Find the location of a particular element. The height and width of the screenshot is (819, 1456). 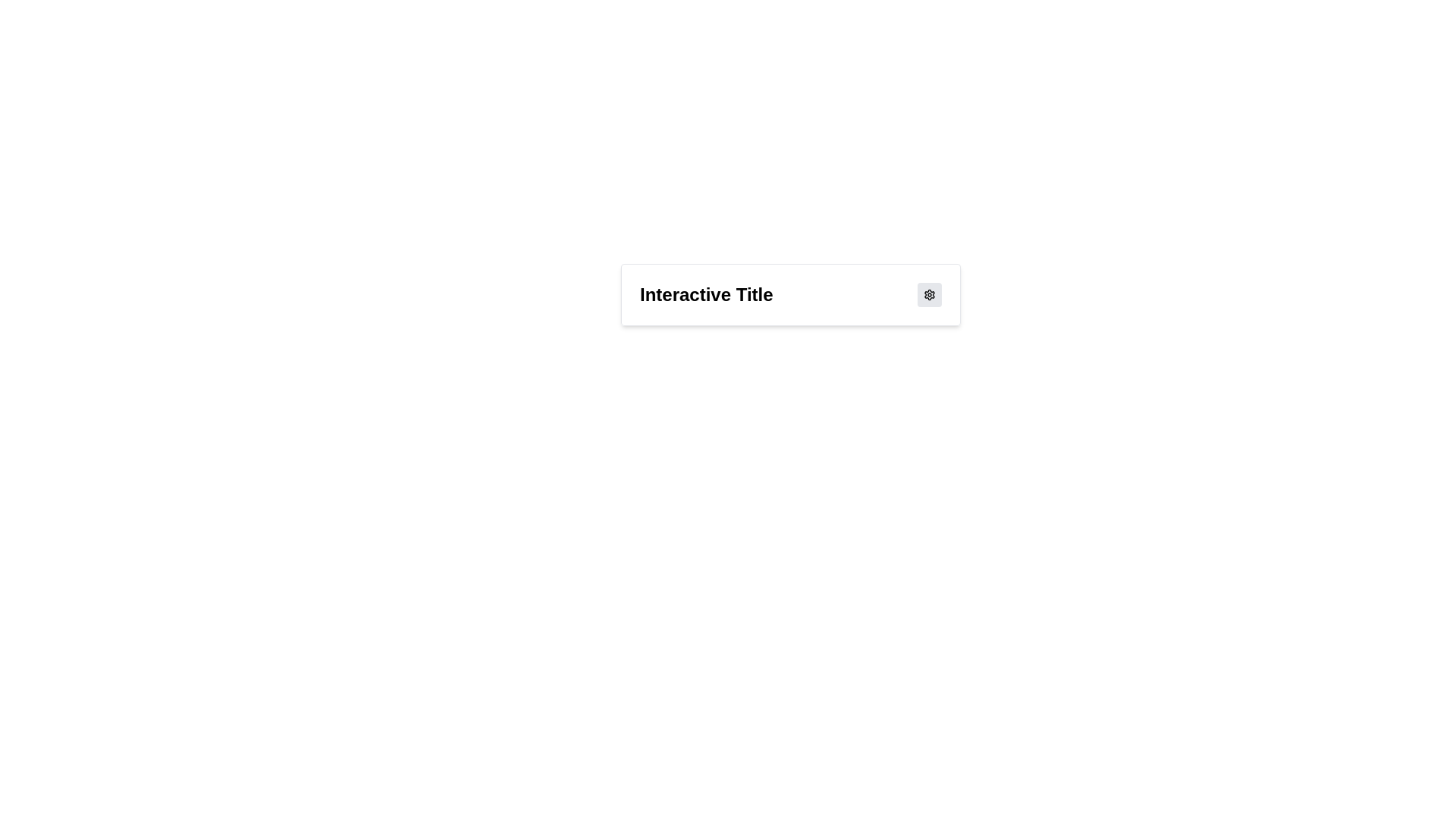

the gear icon for settings, which is styled as a cogwheel and located within a rounded rectangular button on the right end of the horizontal control bar is located at coordinates (928, 295).